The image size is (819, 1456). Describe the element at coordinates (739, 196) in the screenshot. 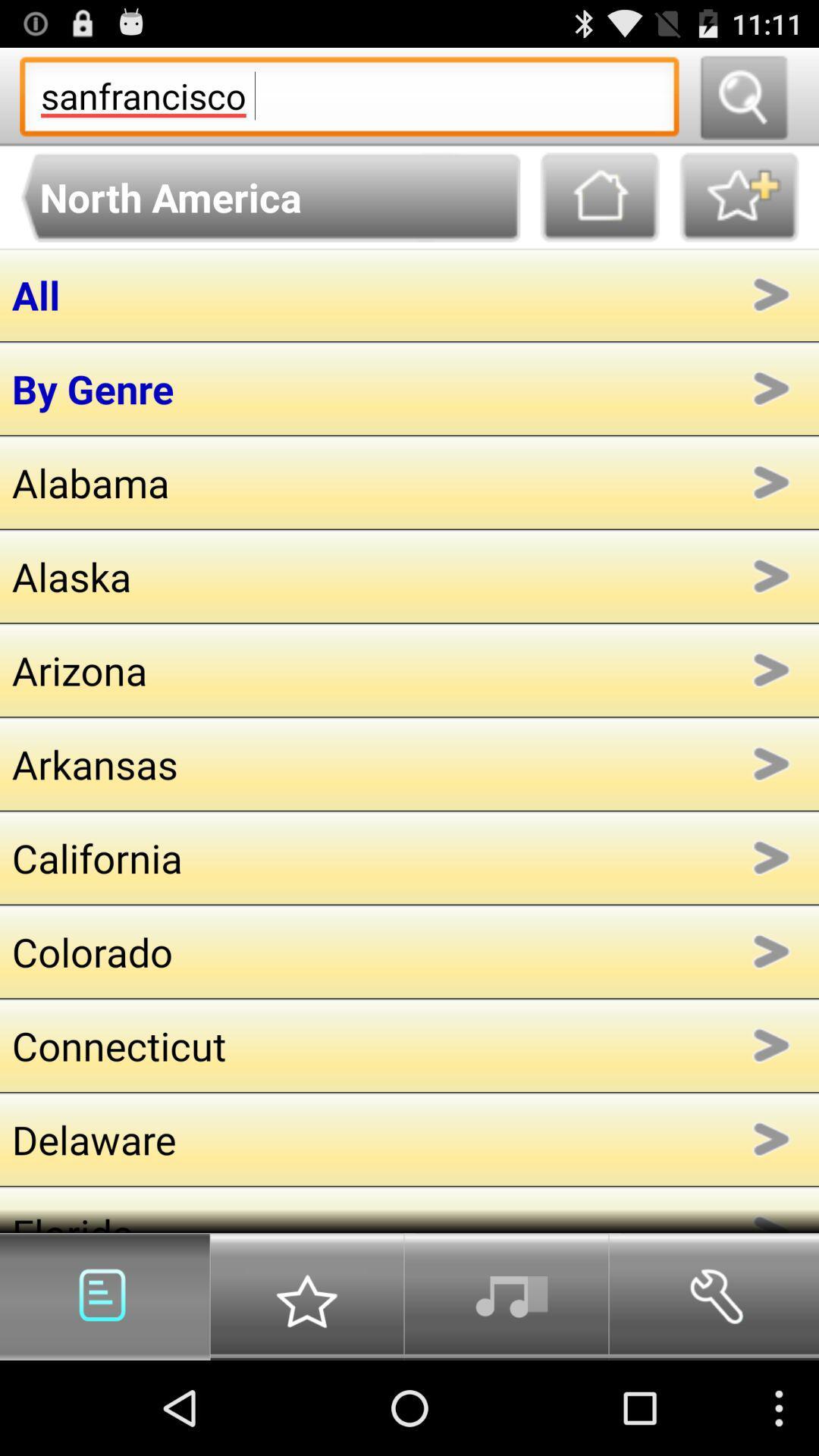

I see `mark as favorite` at that location.